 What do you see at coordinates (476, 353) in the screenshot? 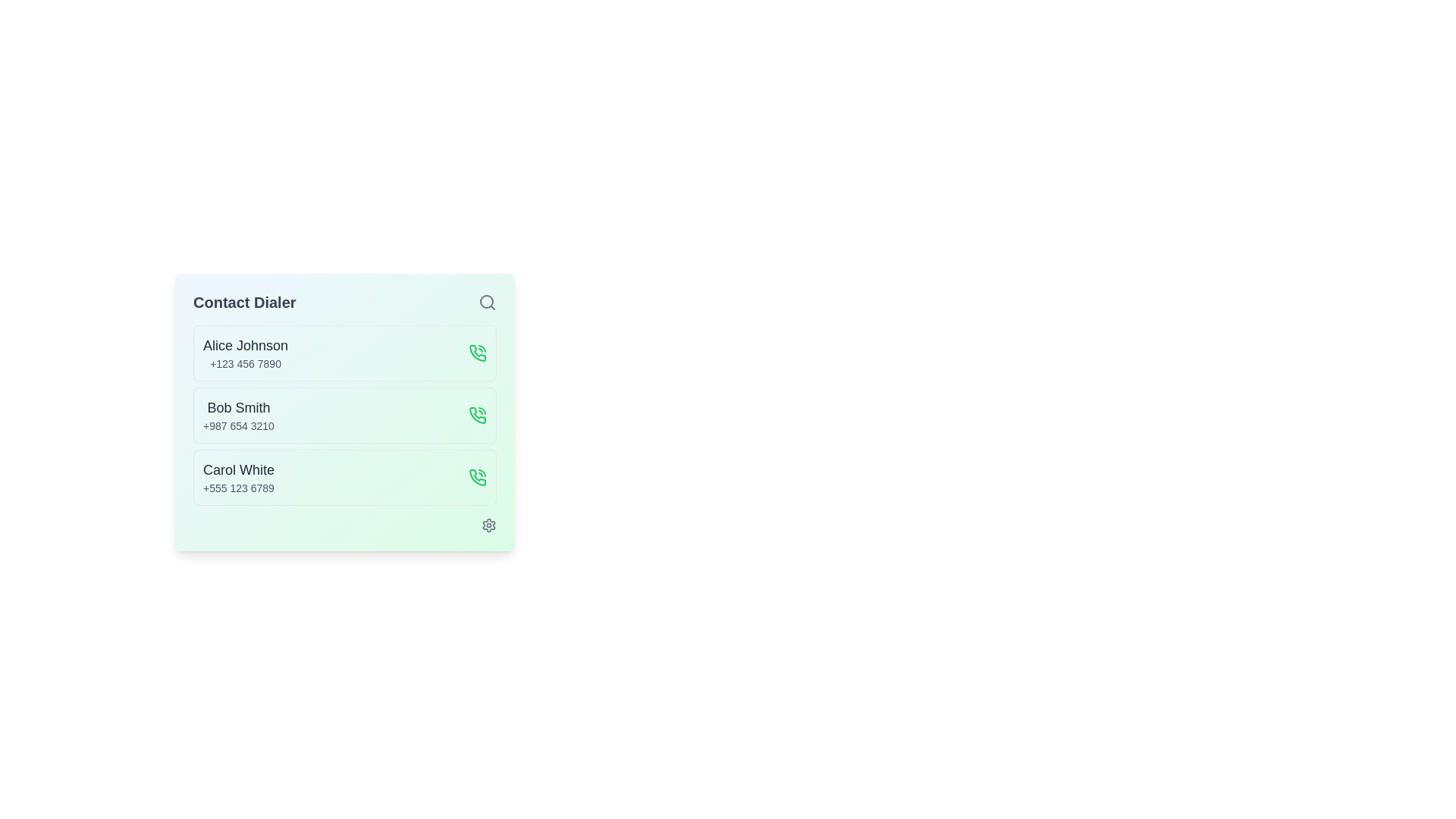
I see `the green phone call icon associated with 'Alice Johnson'` at bounding box center [476, 353].